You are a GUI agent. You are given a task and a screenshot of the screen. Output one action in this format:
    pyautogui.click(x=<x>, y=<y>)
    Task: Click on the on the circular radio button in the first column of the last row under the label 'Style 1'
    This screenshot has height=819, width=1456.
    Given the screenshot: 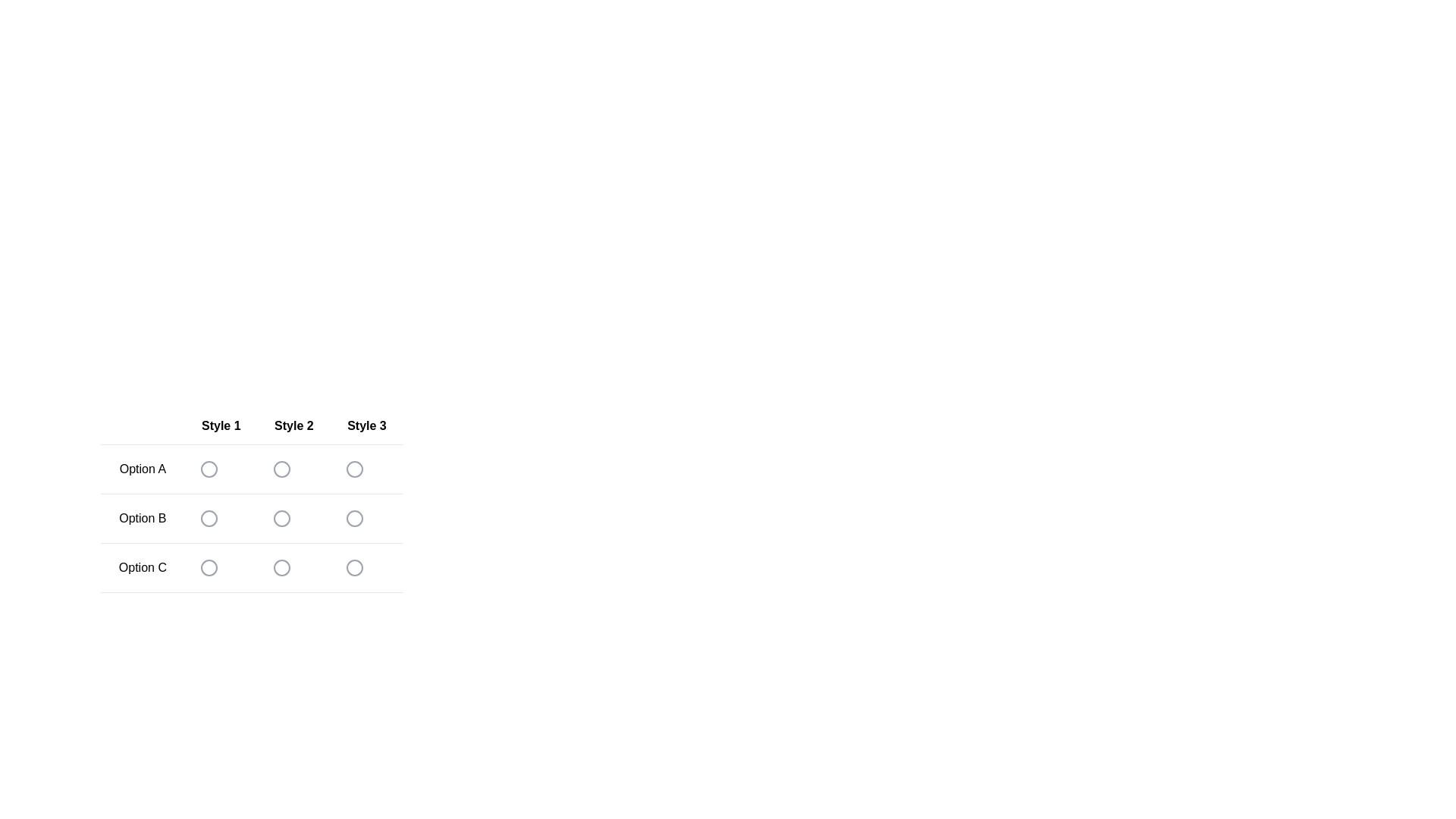 What is the action you would take?
    pyautogui.click(x=208, y=567)
    